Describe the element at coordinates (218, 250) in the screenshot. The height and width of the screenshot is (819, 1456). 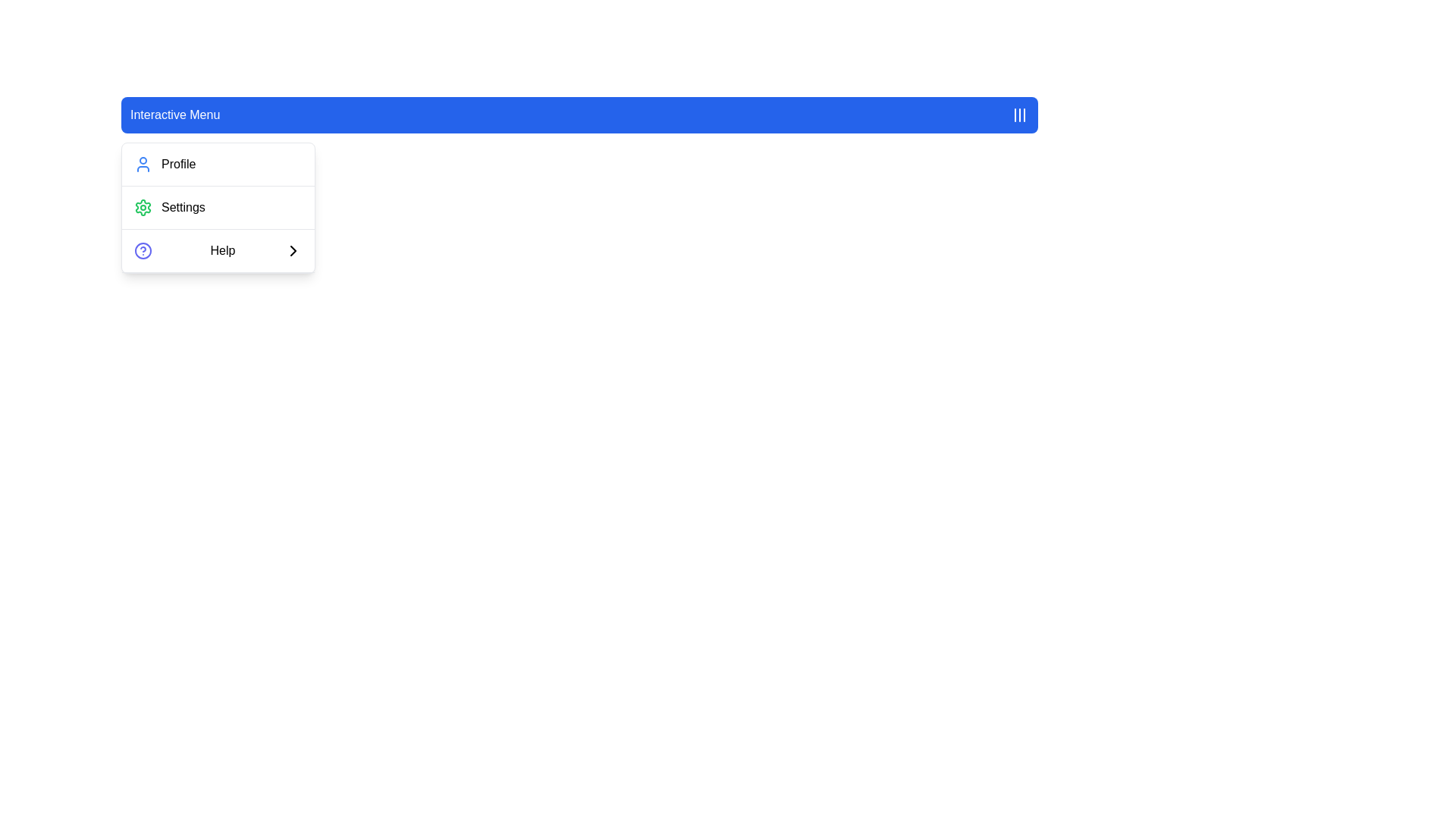
I see `the 'Help' menu item, which is the third item in the dropdown menu` at that location.